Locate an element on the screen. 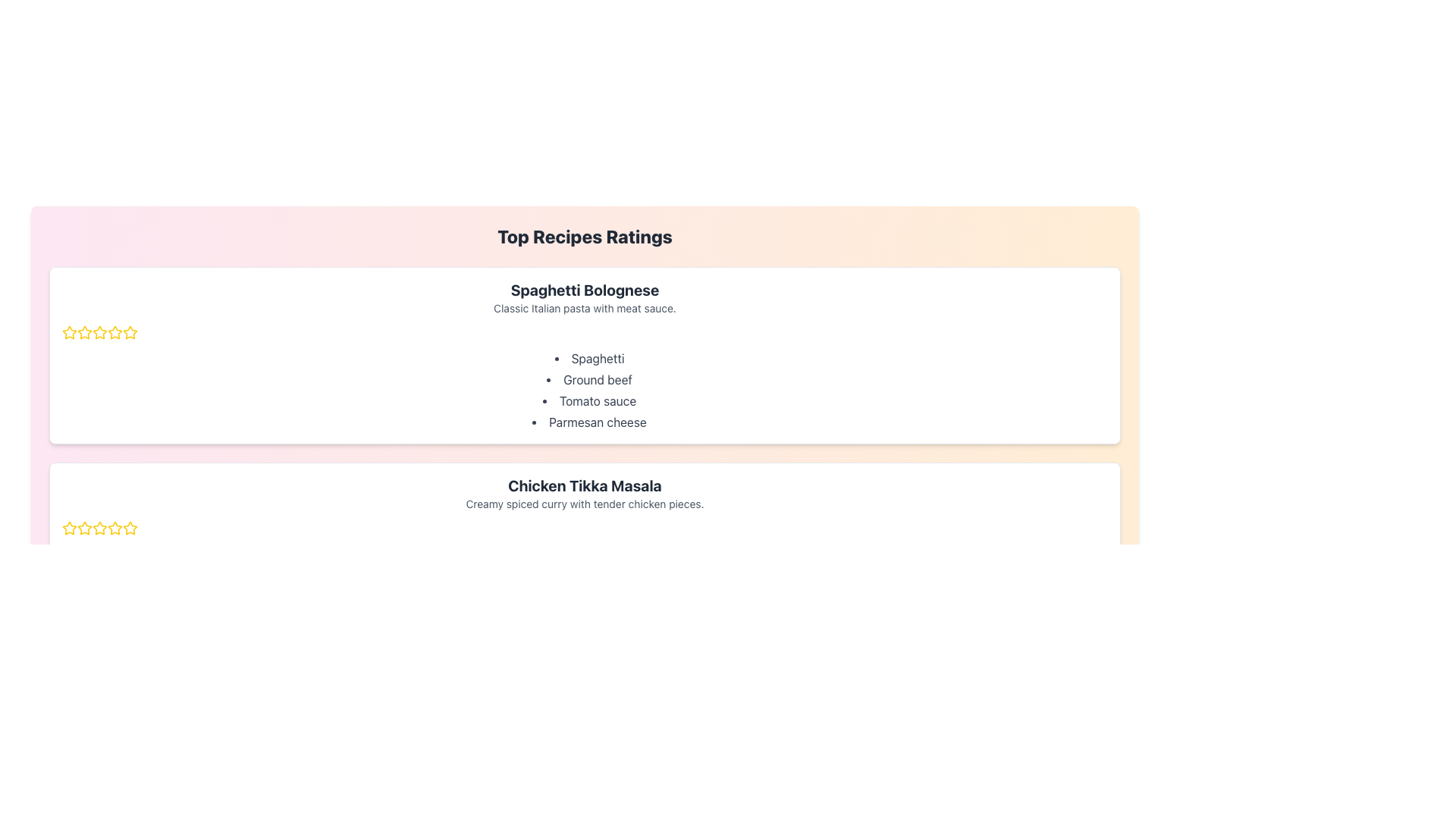 This screenshot has width=1456, height=819. the second star is located at coordinates (115, 331).